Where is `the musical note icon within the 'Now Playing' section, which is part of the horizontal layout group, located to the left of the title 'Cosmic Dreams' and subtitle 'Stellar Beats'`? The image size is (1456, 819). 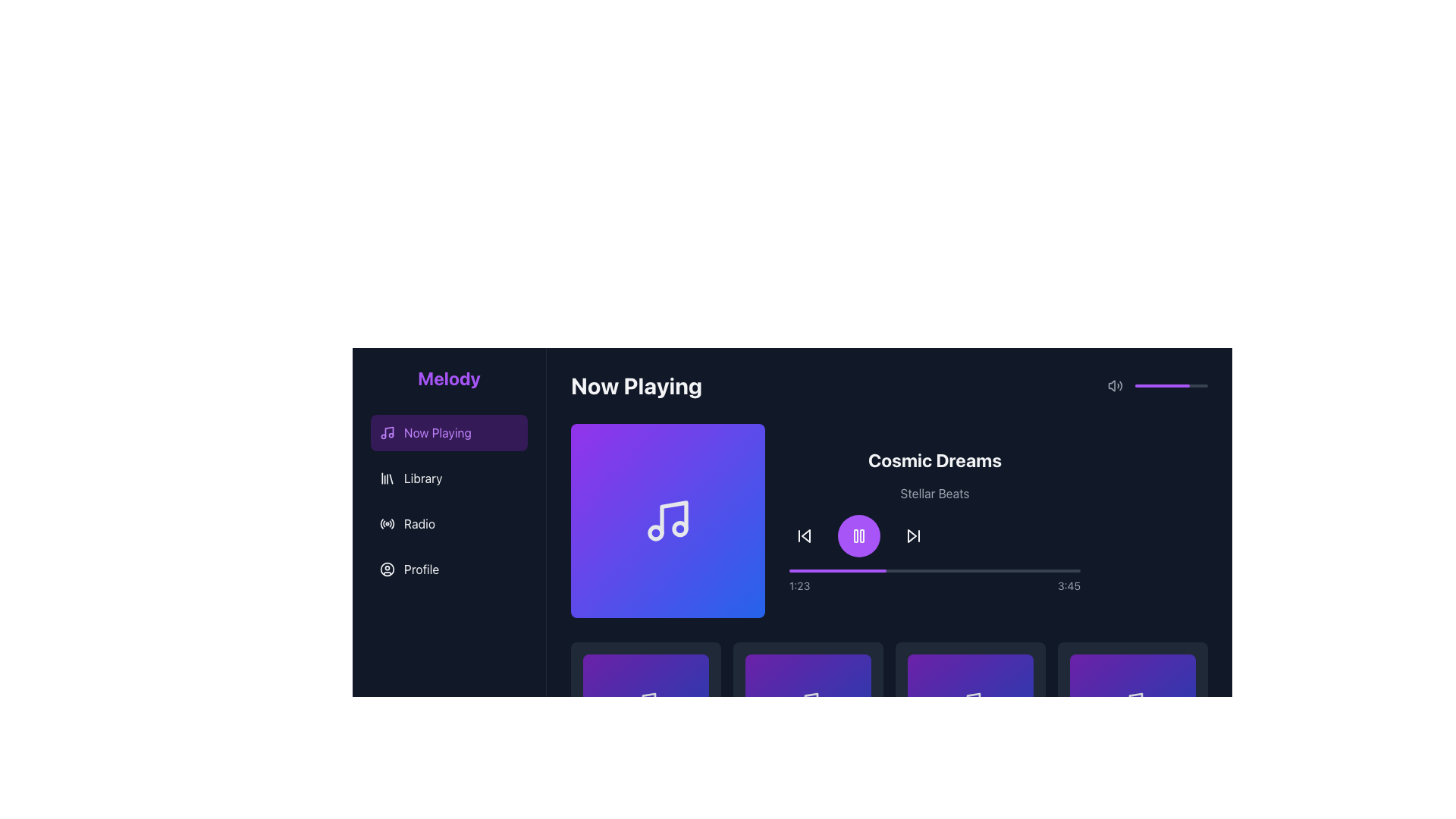
the musical note icon within the 'Now Playing' section, which is part of the horizontal layout group, located to the left of the title 'Cosmic Dreams' and subtitle 'Stellar Beats' is located at coordinates (667, 519).